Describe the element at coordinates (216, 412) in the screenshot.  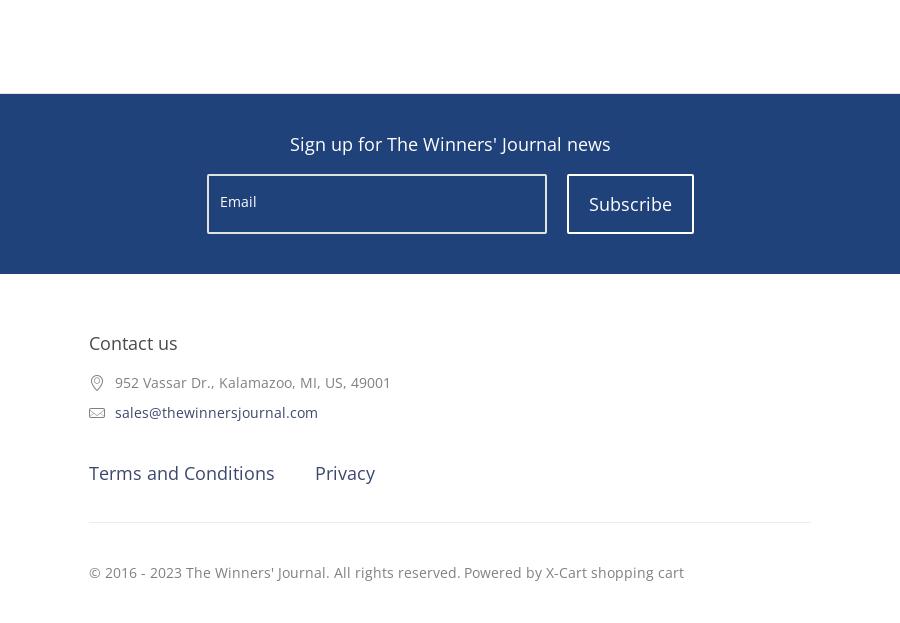
I see `'sales@thewinnersjournal.com'` at that location.